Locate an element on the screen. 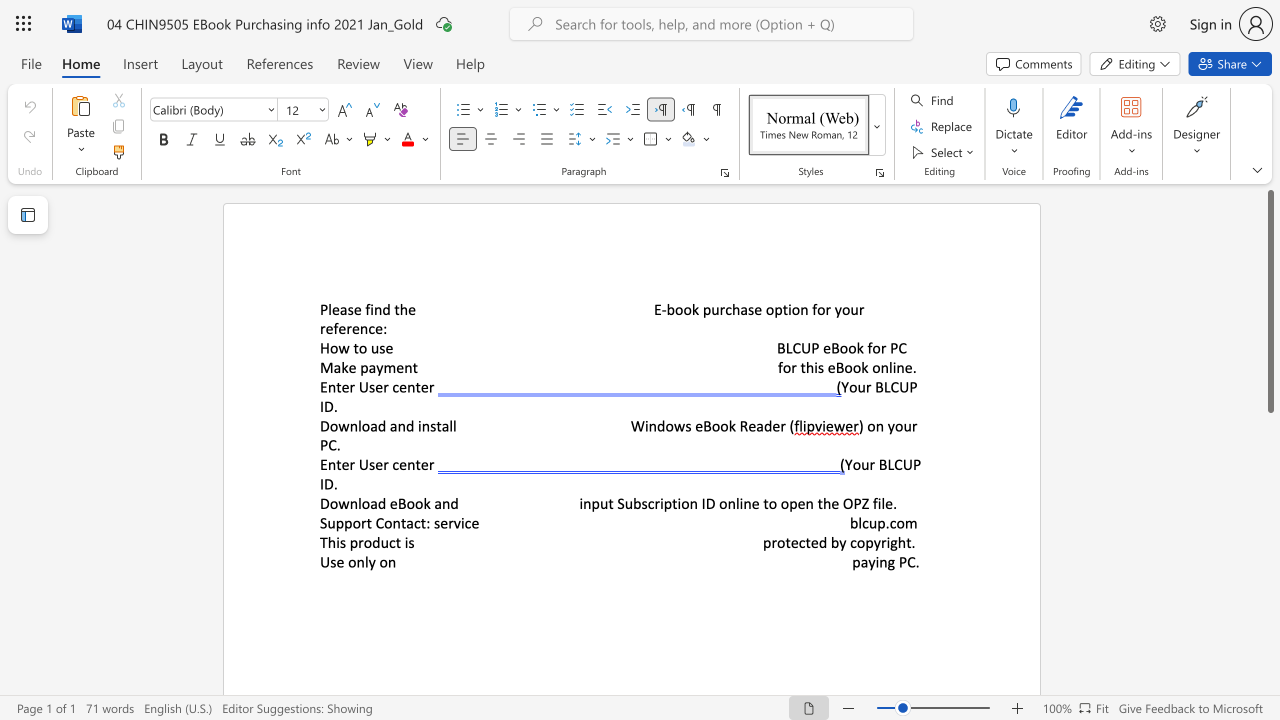 This screenshot has height=720, width=1280. the subset text "our" within the text ") on your PC." is located at coordinates (893, 425).